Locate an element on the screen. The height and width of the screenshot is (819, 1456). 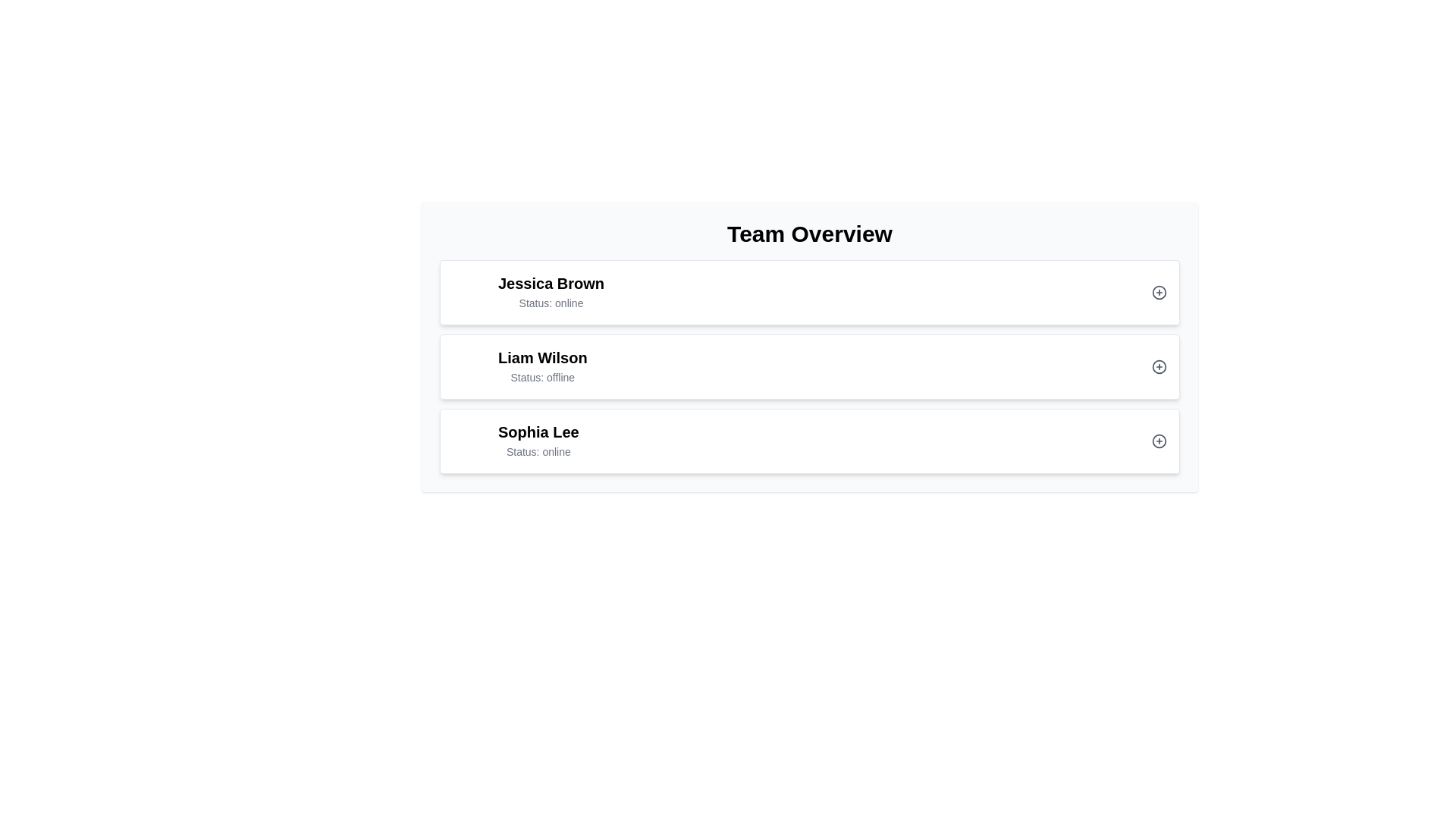
the Text display group containing 'Jessica Brown' in bold and 'Status: online' is located at coordinates (551, 292).